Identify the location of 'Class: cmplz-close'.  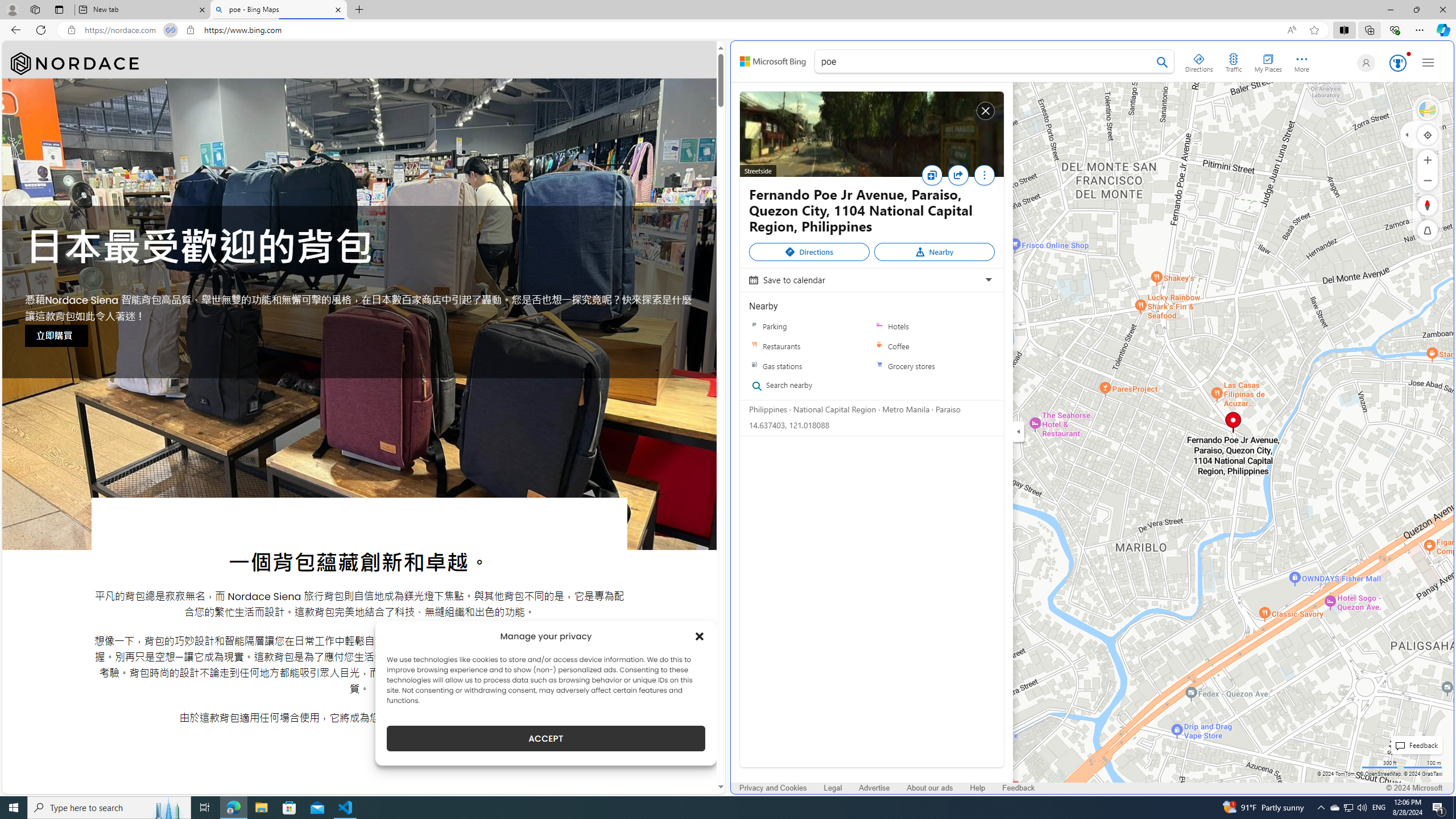
(700, 636).